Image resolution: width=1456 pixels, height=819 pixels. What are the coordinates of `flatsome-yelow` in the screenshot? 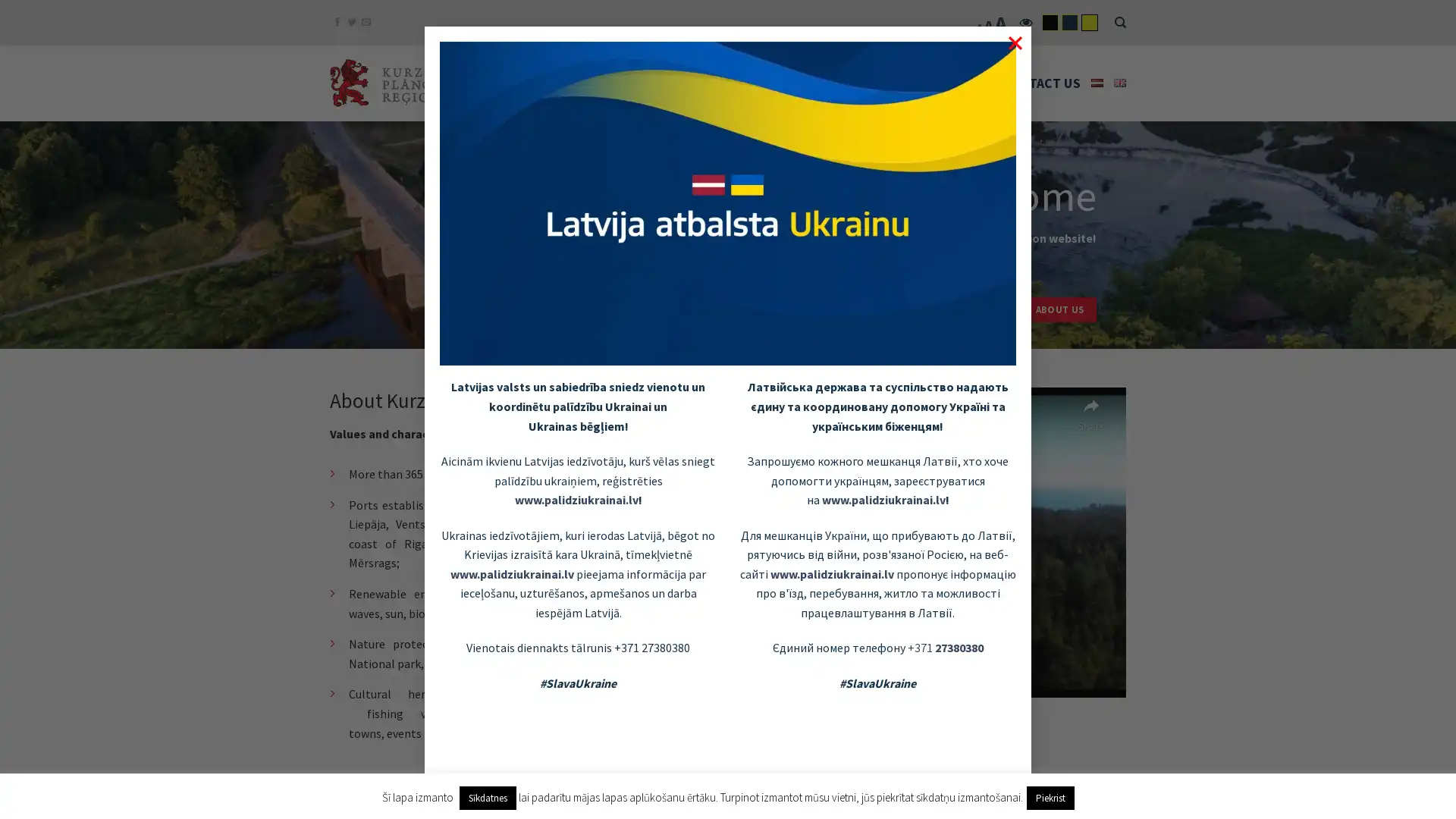 It's located at (1088, 22).